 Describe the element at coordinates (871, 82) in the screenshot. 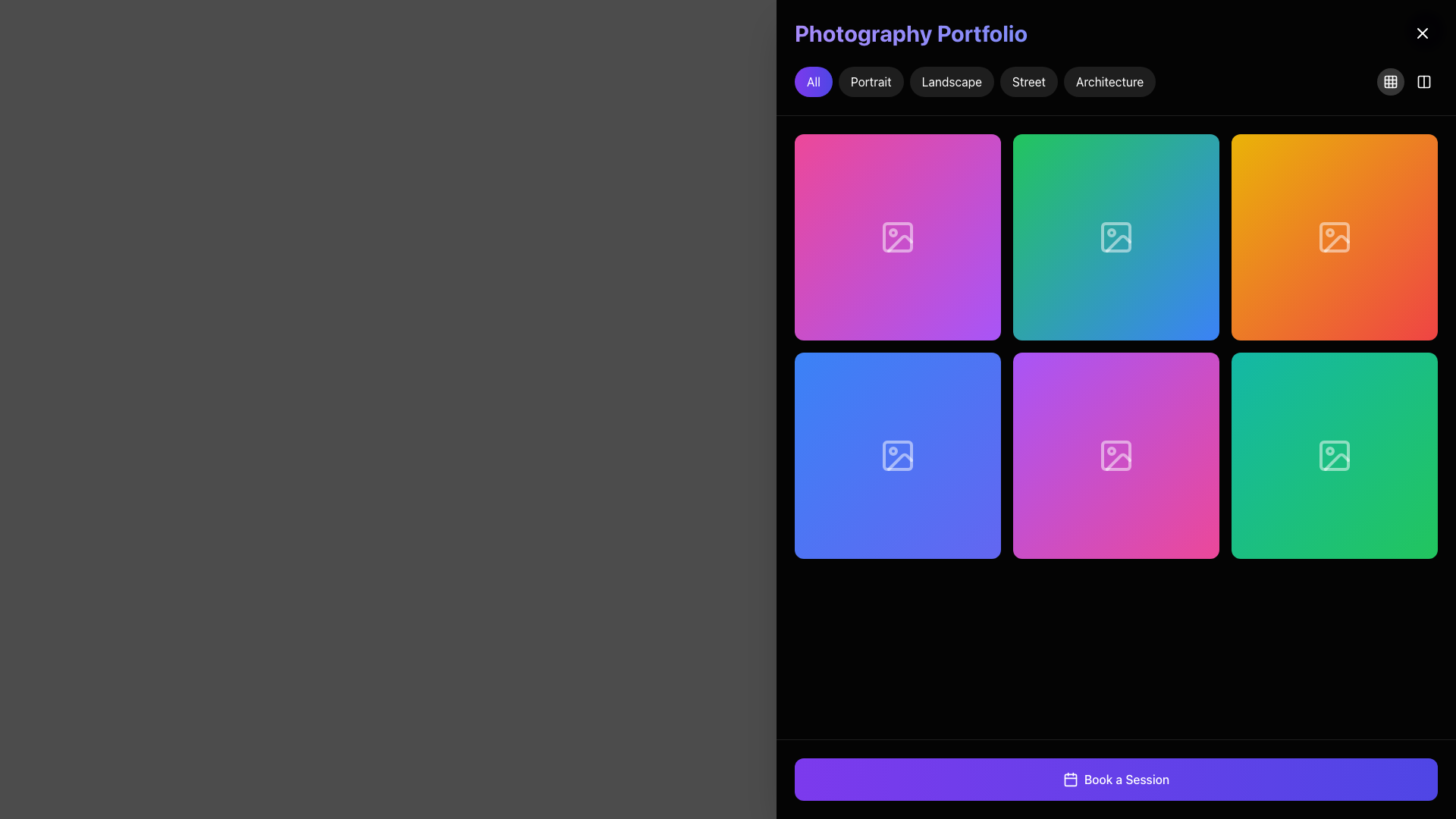

I see `the filter toggle button for portrait-related items, which is the second button in a row of five buttons located beneath the 'Photography Portfolio' header, to observe a styling change` at that location.